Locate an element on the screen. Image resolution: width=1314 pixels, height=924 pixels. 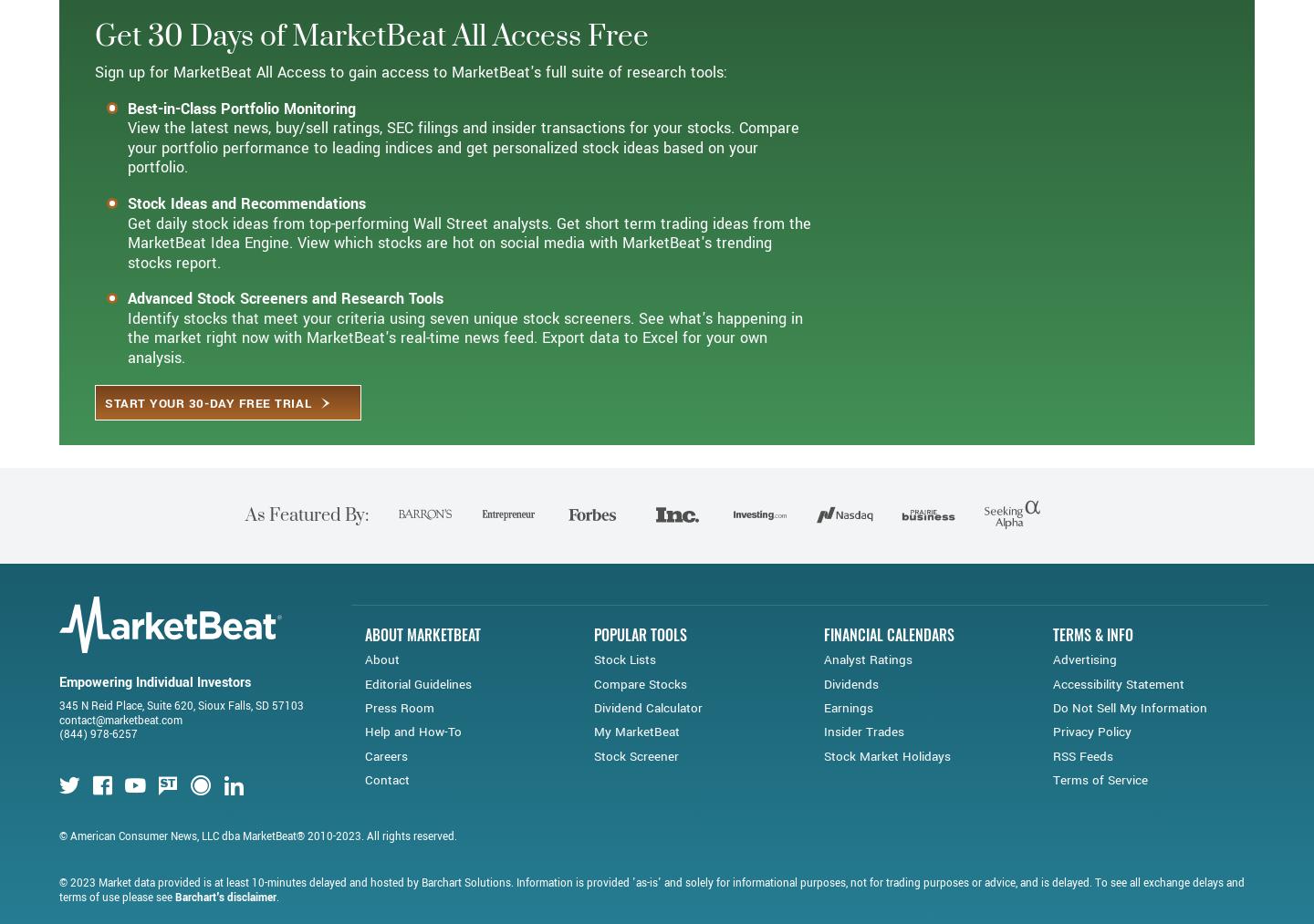
'345 N Reid Place, Suite 620, Sioux Falls, SD 57103' is located at coordinates (182, 770).